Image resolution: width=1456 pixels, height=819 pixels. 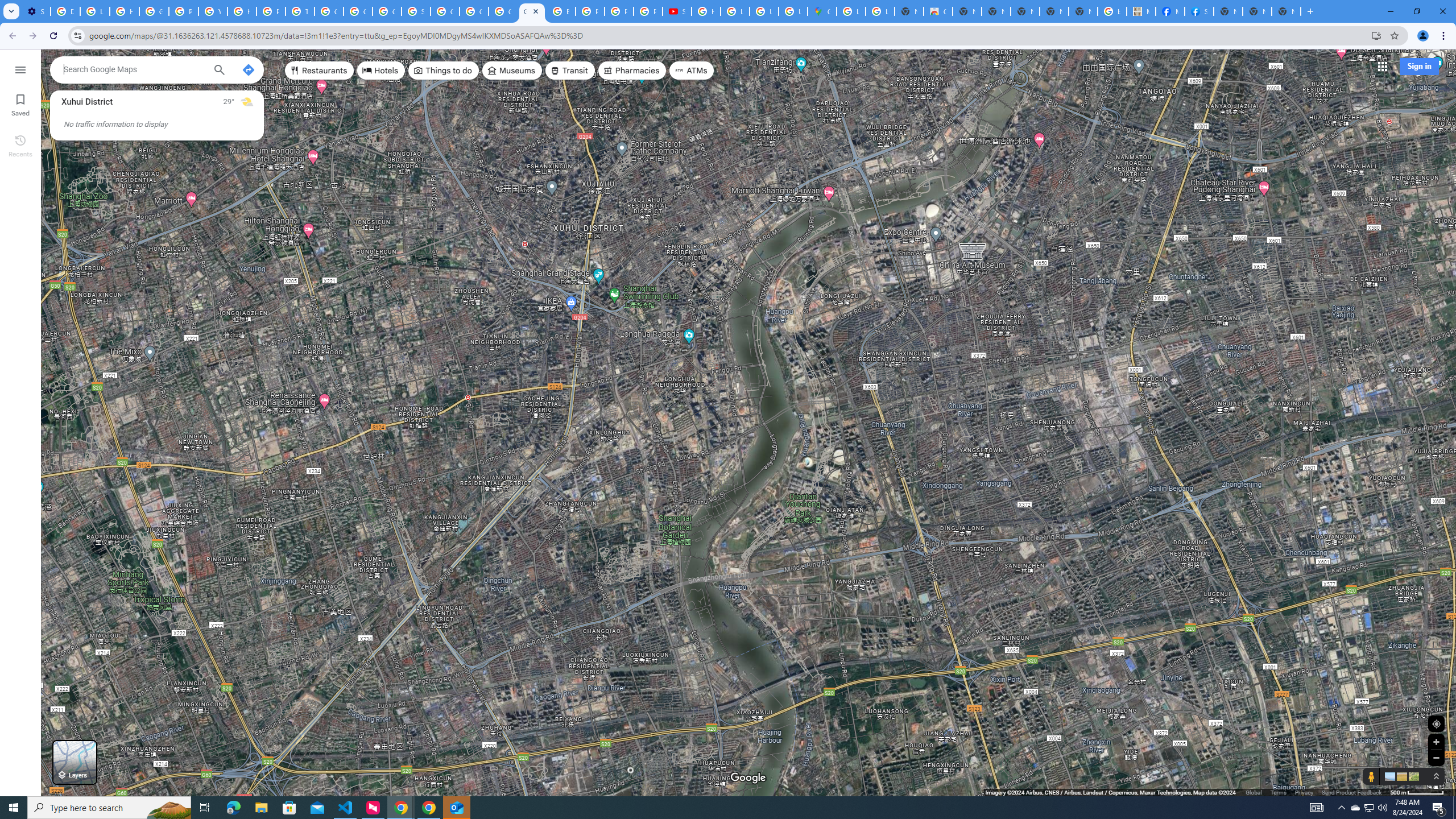 What do you see at coordinates (74, 762) in the screenshot?
I see `'Layers'` at bounding box center [74, 762].